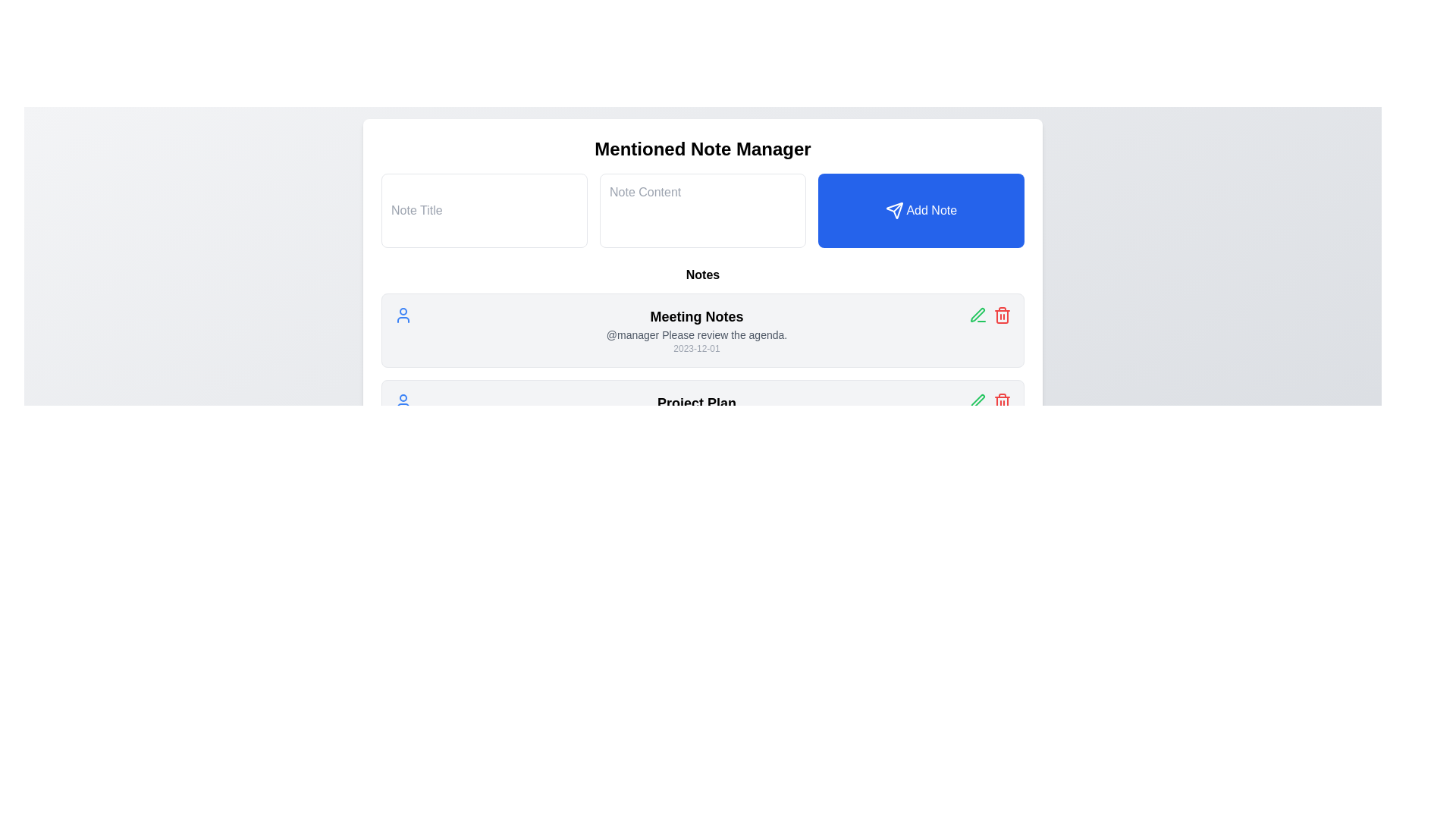 Image resolution: width=1456 pixels, height=819 pixels. What do you see at coordinates (695, 348) in the screenshot?
I see `the timestamp text label located at the bottom of the 'Meeting Notes' section, just below the message '@manager Please review the agenda.'` at bounding box center [695, 348].